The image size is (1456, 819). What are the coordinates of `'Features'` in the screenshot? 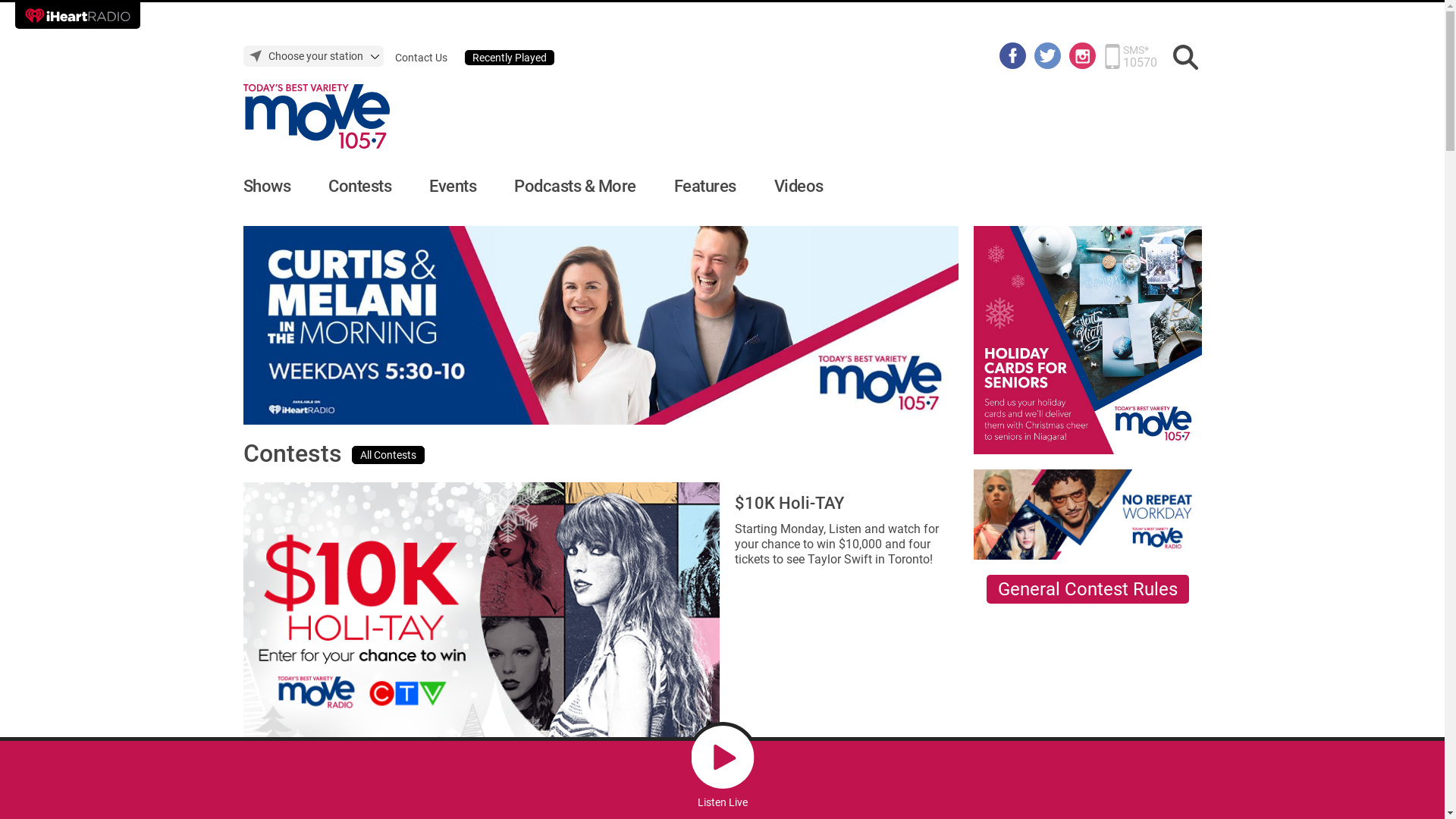 It's located at (704, 186).